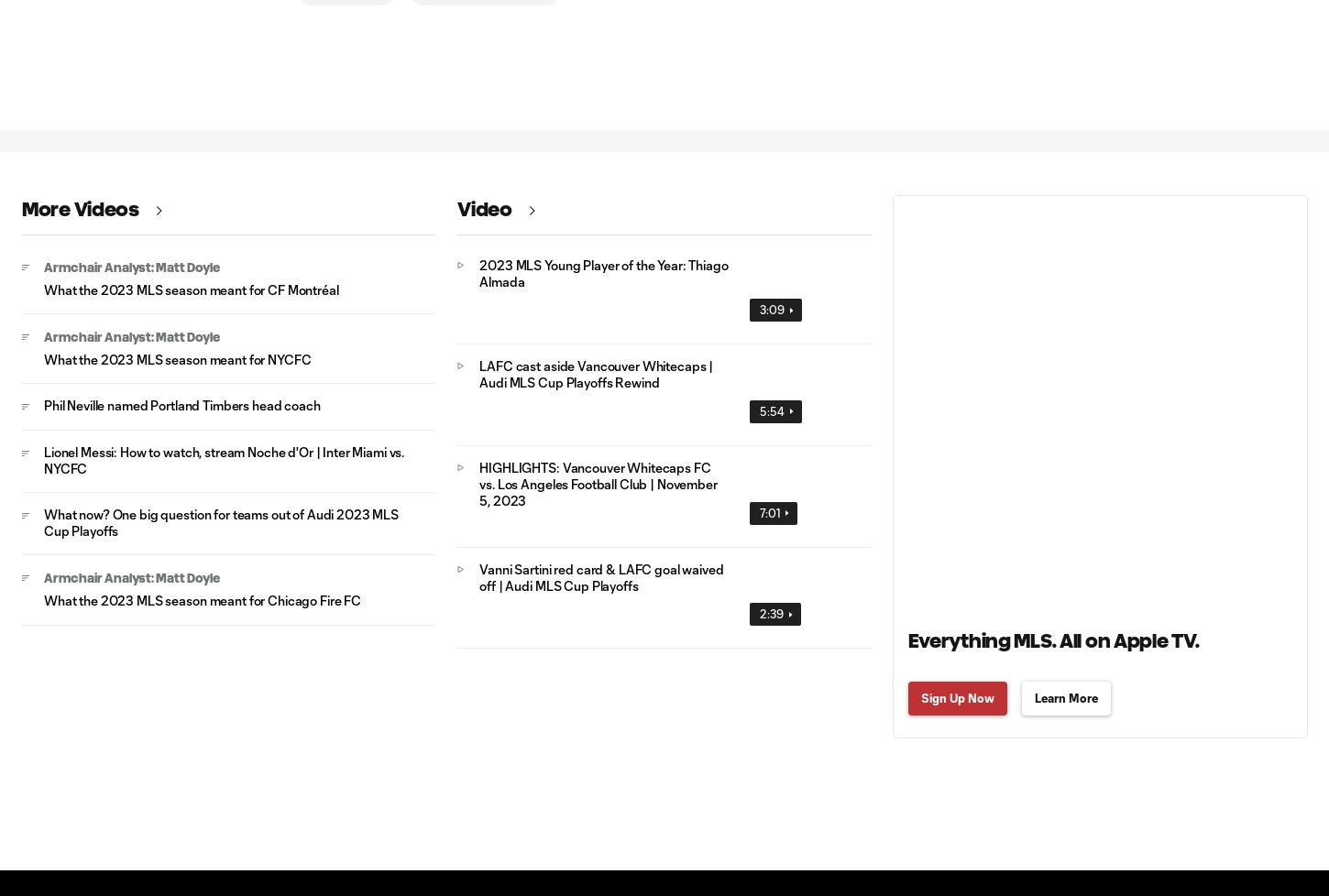 Image resolution: width=1329 pixels, height=896 pixels. What do you see at coordinates (957, 695) in the screenshot?
I see `'Sign Up Now'` at bounding box center [957, 695].